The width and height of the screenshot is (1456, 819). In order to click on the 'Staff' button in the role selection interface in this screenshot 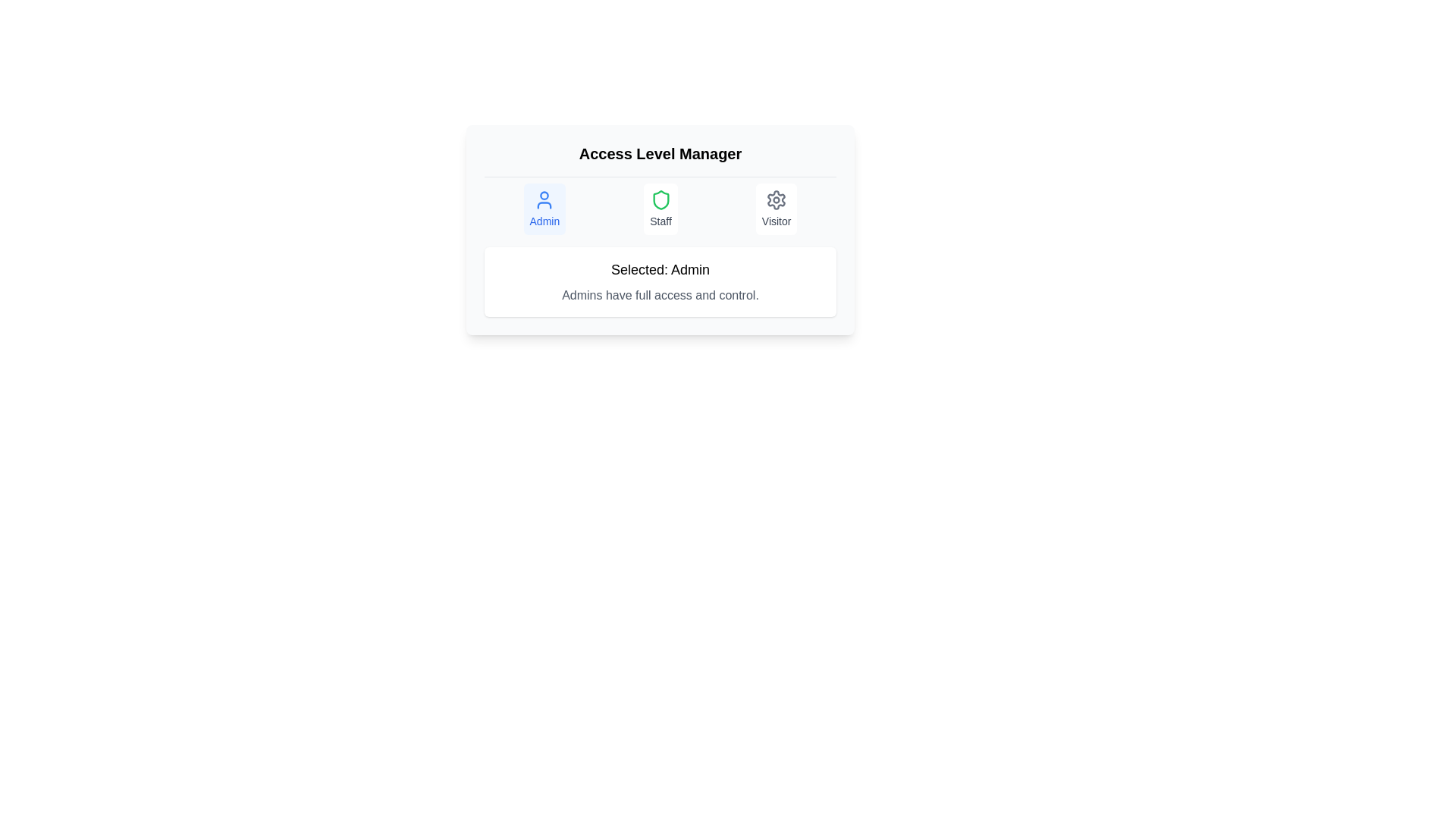, I will do `click(660, 205)`.